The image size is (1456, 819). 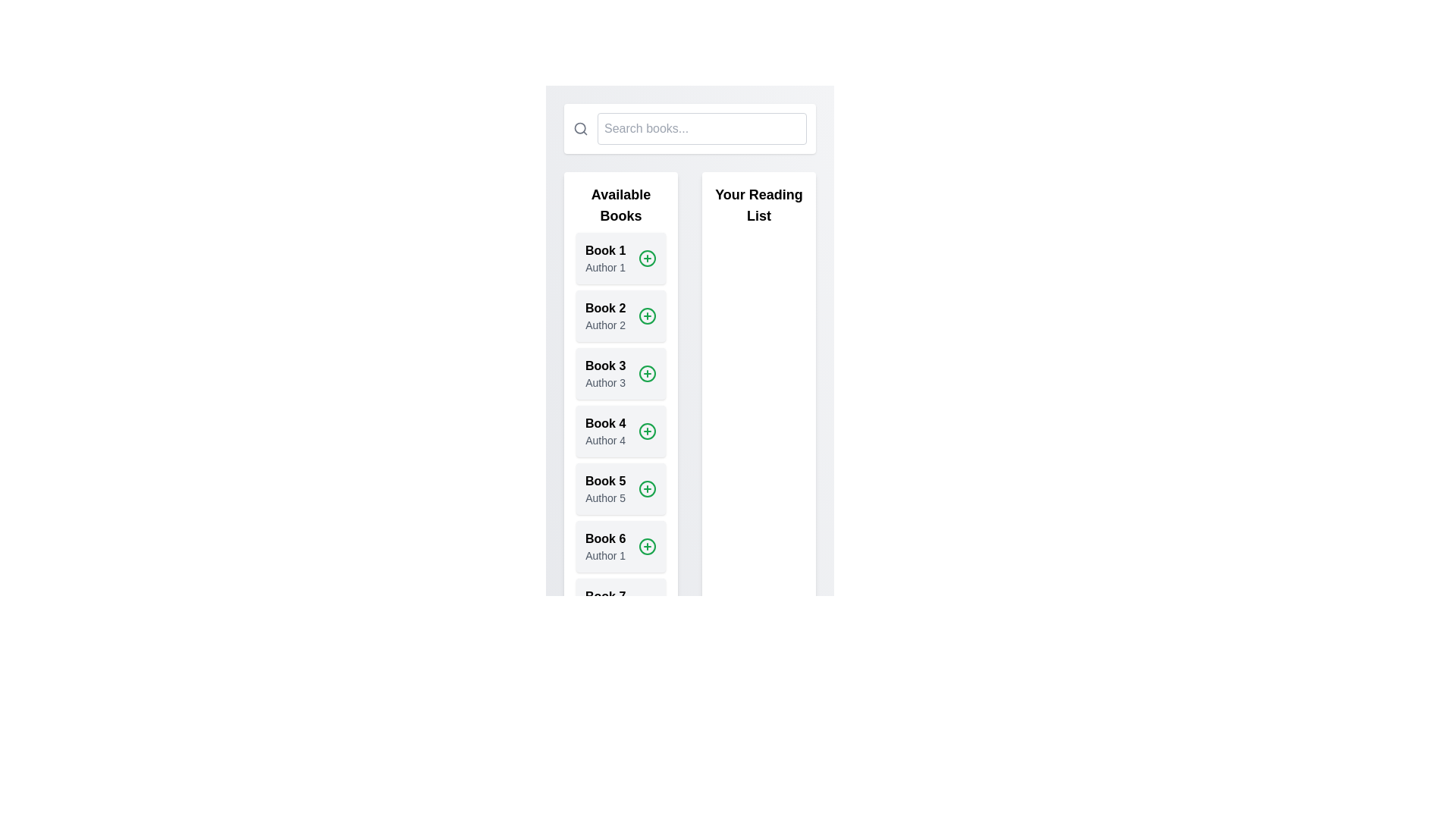 I want to click on the text-based informational display element that shows the title and author of a book, positioned in the second row under 'Available Books', aligned with a green circular button with a plus sign to its right, so click(x=604, y=315).